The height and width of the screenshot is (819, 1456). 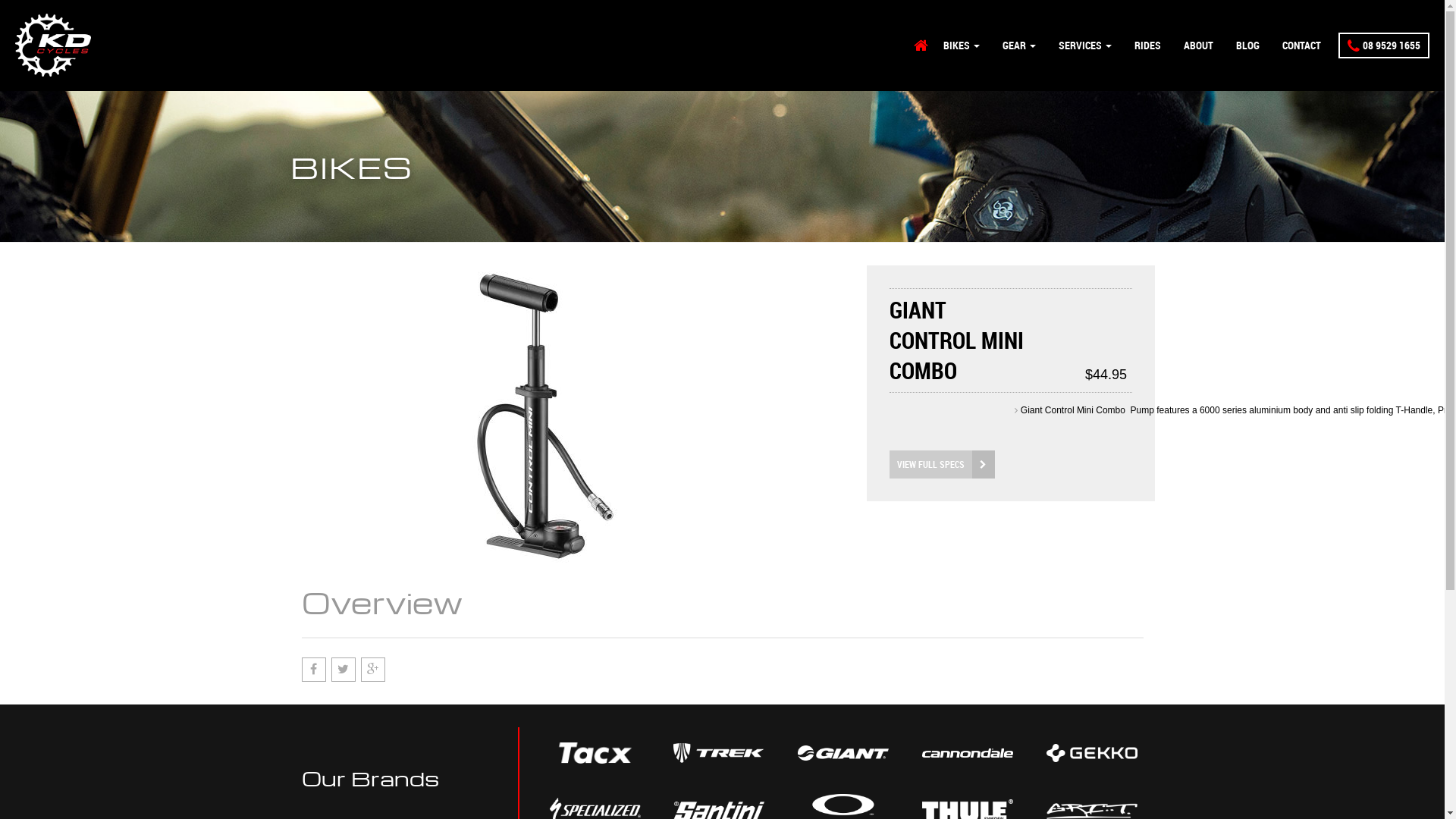 I want to click on 'VIEW FULL SPECS', so click(x=888, y=463).